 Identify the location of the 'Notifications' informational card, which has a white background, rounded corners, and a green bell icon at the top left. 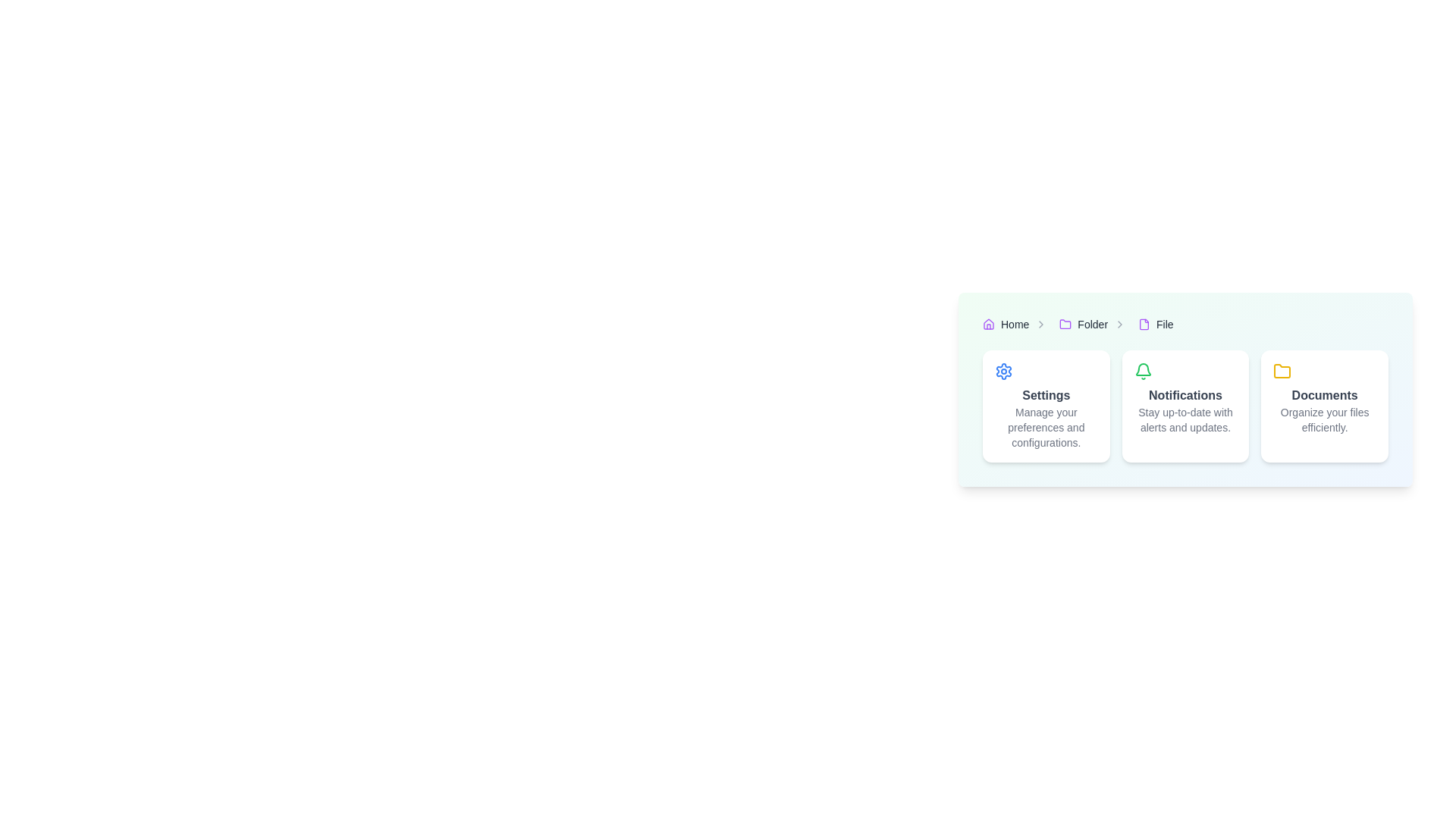
(1185, 406).